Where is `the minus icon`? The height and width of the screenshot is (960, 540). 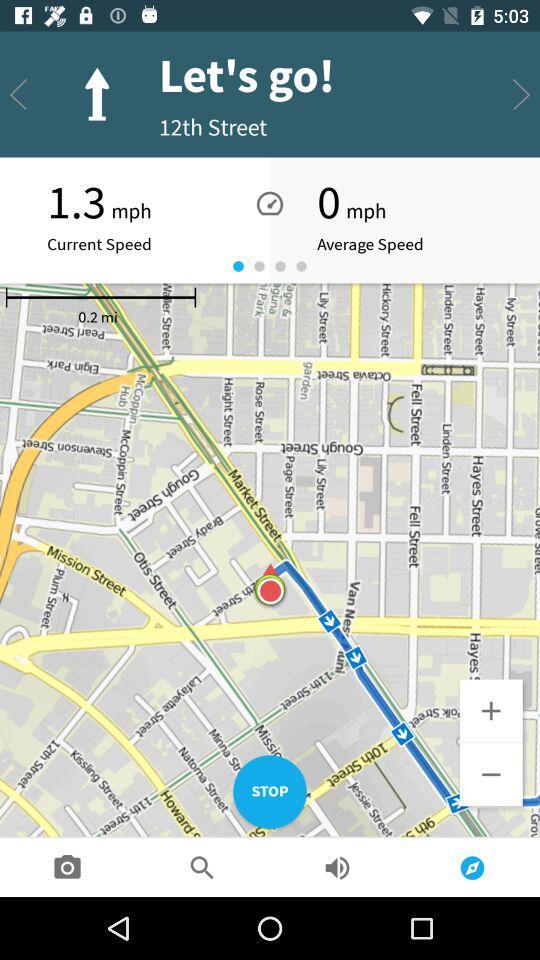
the minus icon is located at coordinates (490, 773).